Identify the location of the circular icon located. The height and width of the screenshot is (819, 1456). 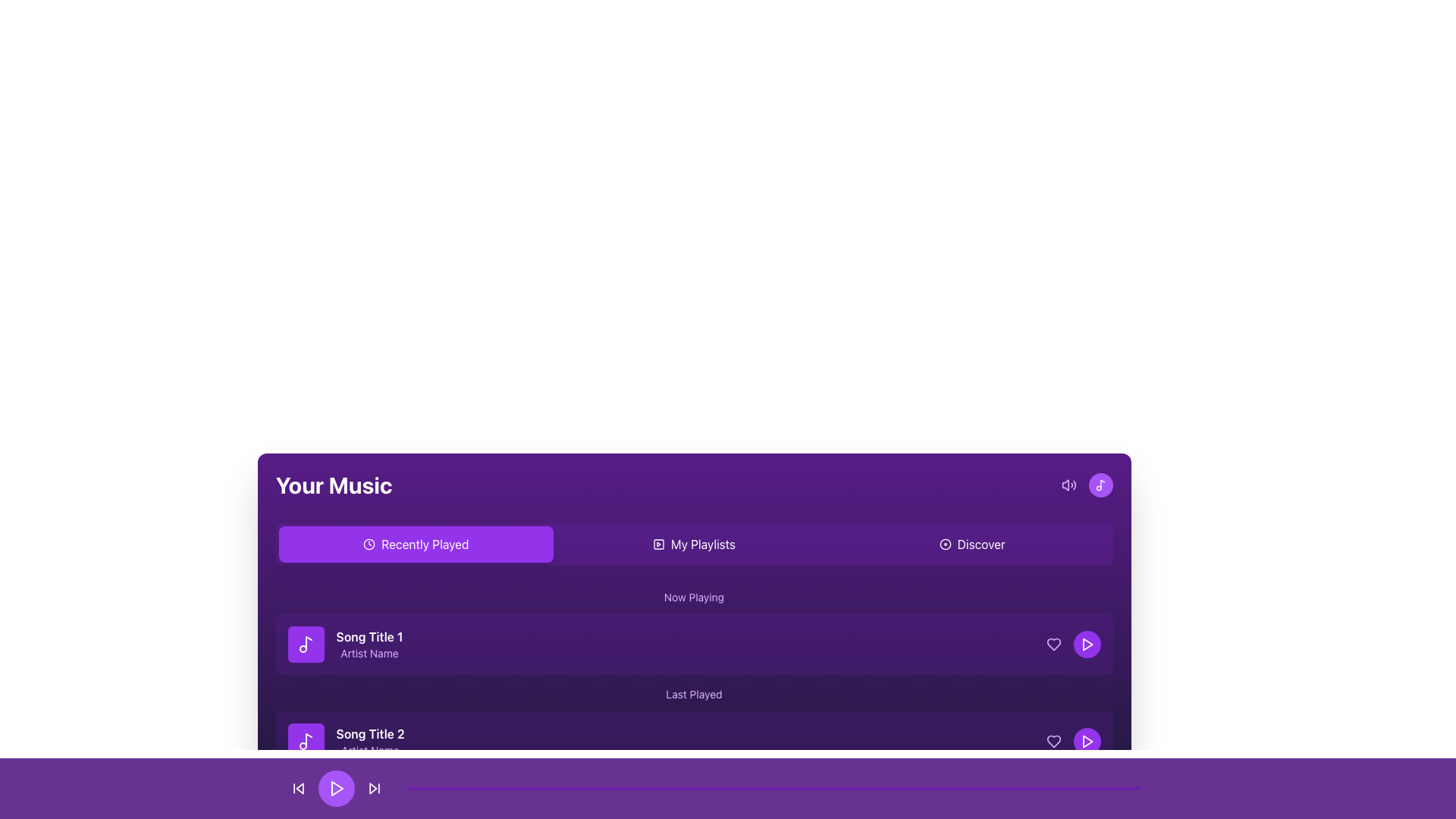
(944, 543).